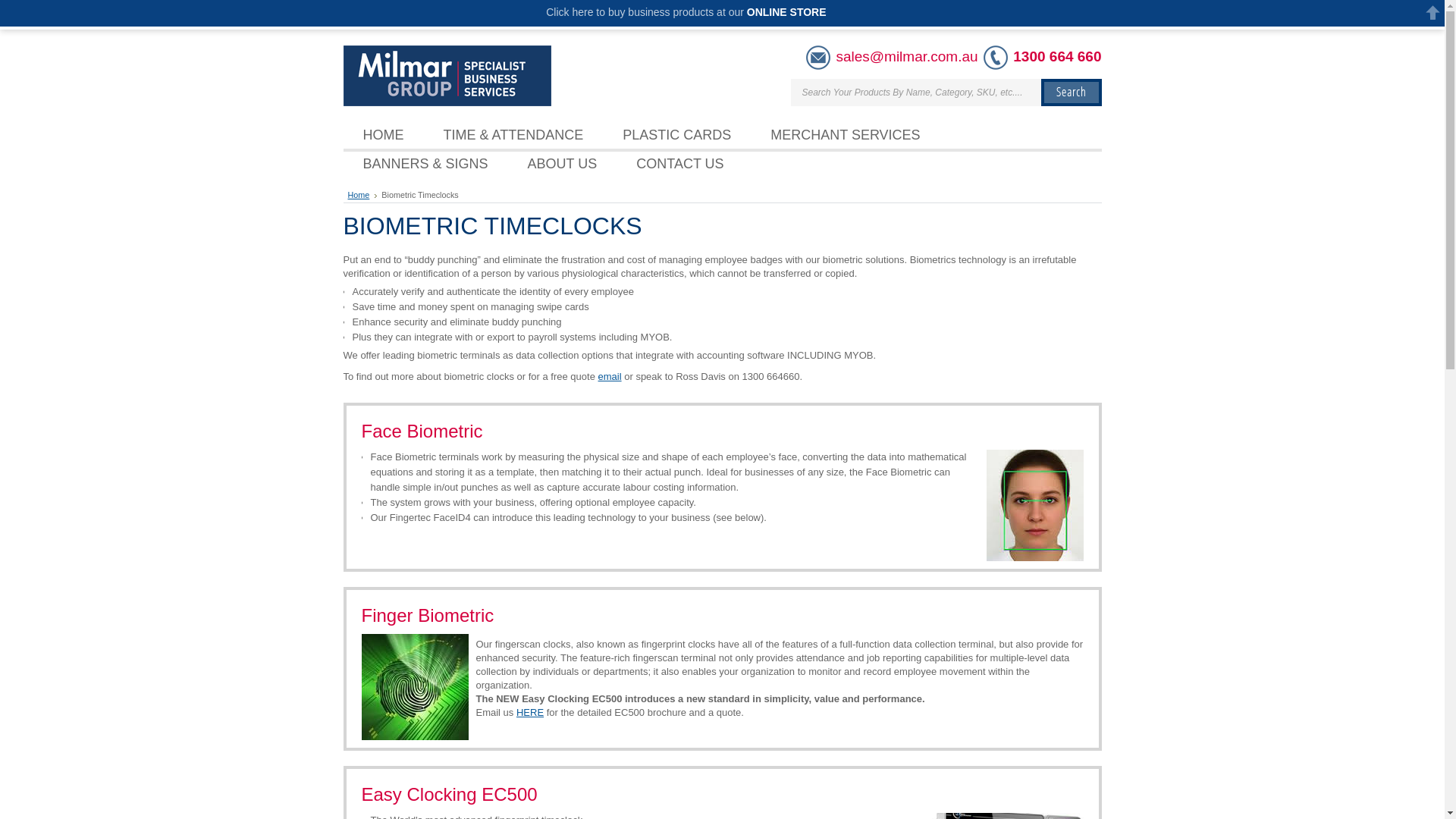 This screenshot has width=1456, height=819. I want to click on 'MERCHANT SERVICES', so click(844, 133).